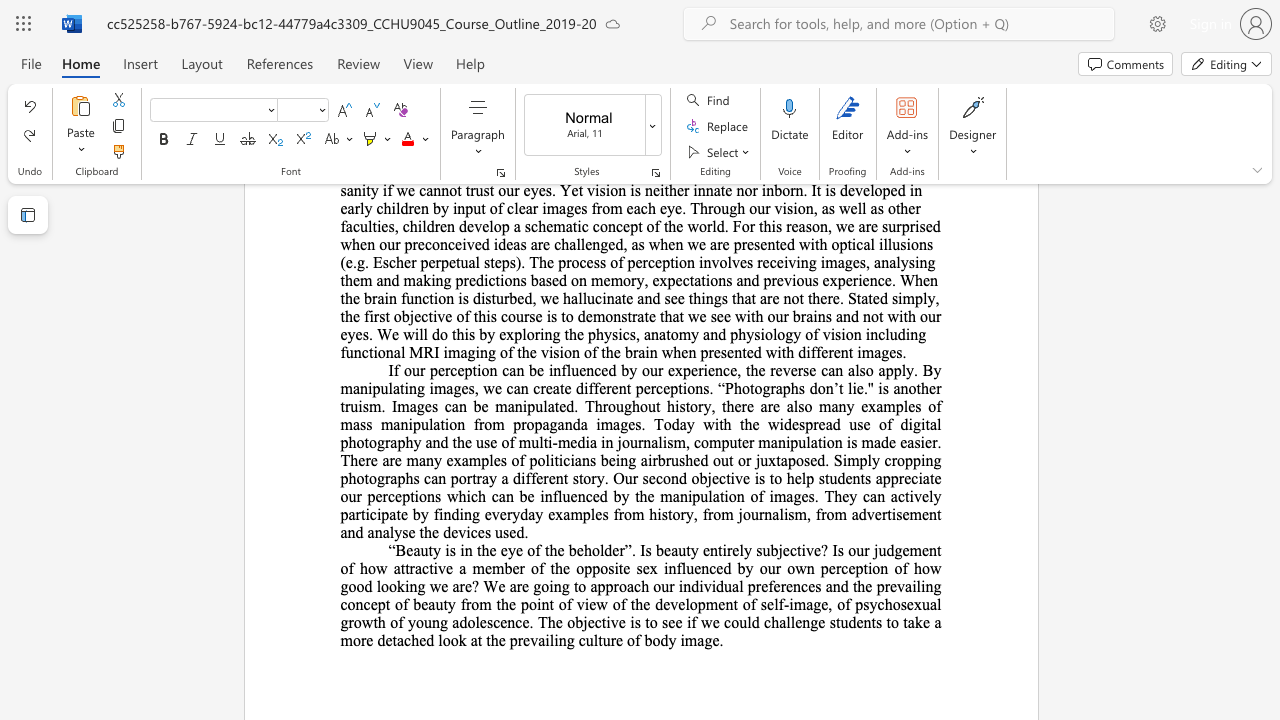 This screenshot has width=1280, height=720. What do you see at coordinates (554, 568) in the screenshot?
I see `the subset text "he opposite sex influenced by our own perception of how good looking we are? We are going to approach our individual preferences and the prevailing concept of beauty from the point of vi" within the text "“Beauty is in the eye of the beholder”. Is beauty entirely subjective? Is our judgement of how attractive a member of the opposite sex influenced by our own perception of how good looking we are? We are going to approach our individual preferences and the prevailing concept of beauty from the point of view of the development of self-image, of psychosexual growth of young adolescence. The objective is to see if we could challenge students to take a more detached look at the prevailing culture of body image."` at bounding box center [554, 568].